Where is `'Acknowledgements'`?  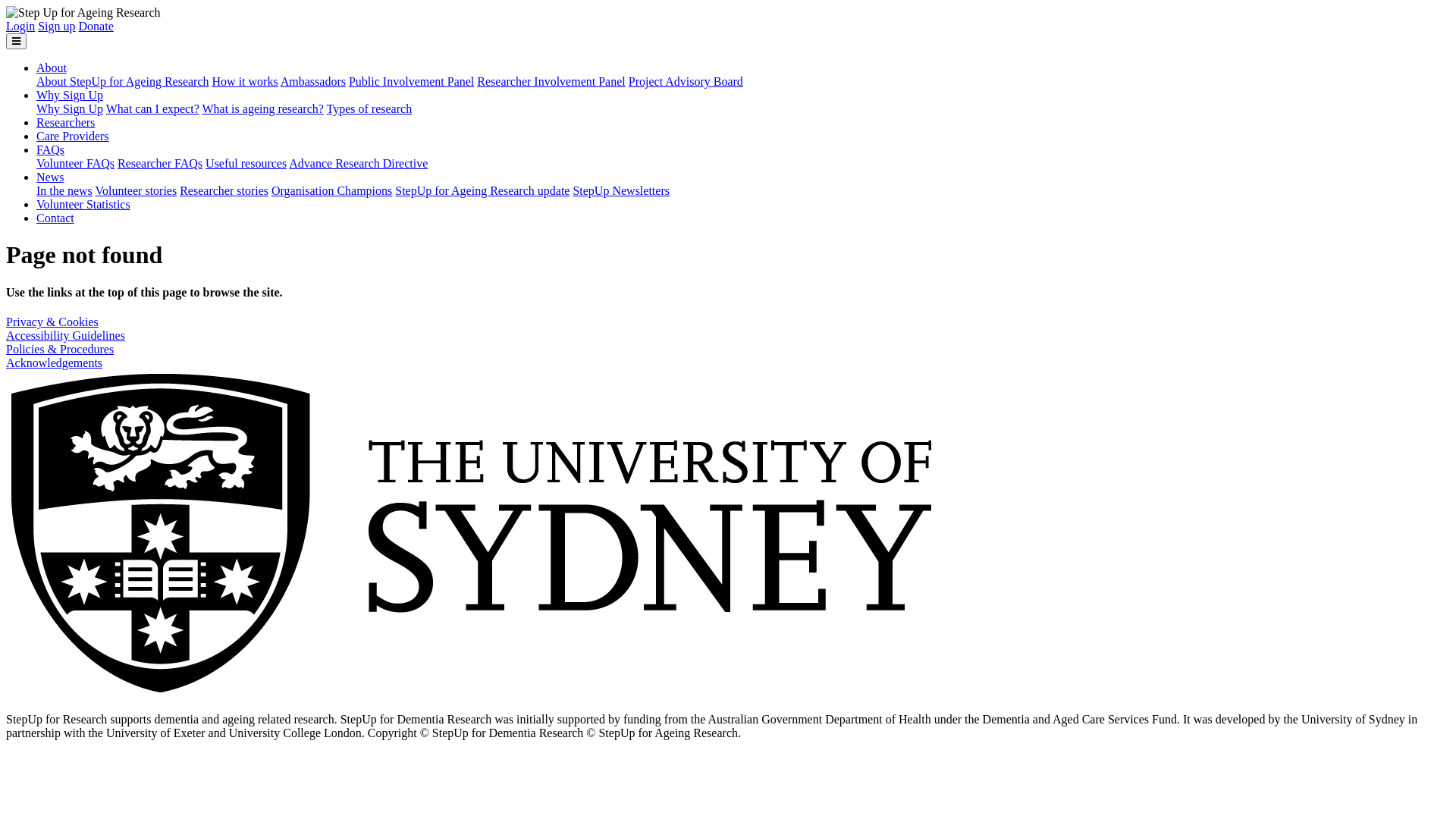 'Acknowledgements' is located at coordinates (54, 362).